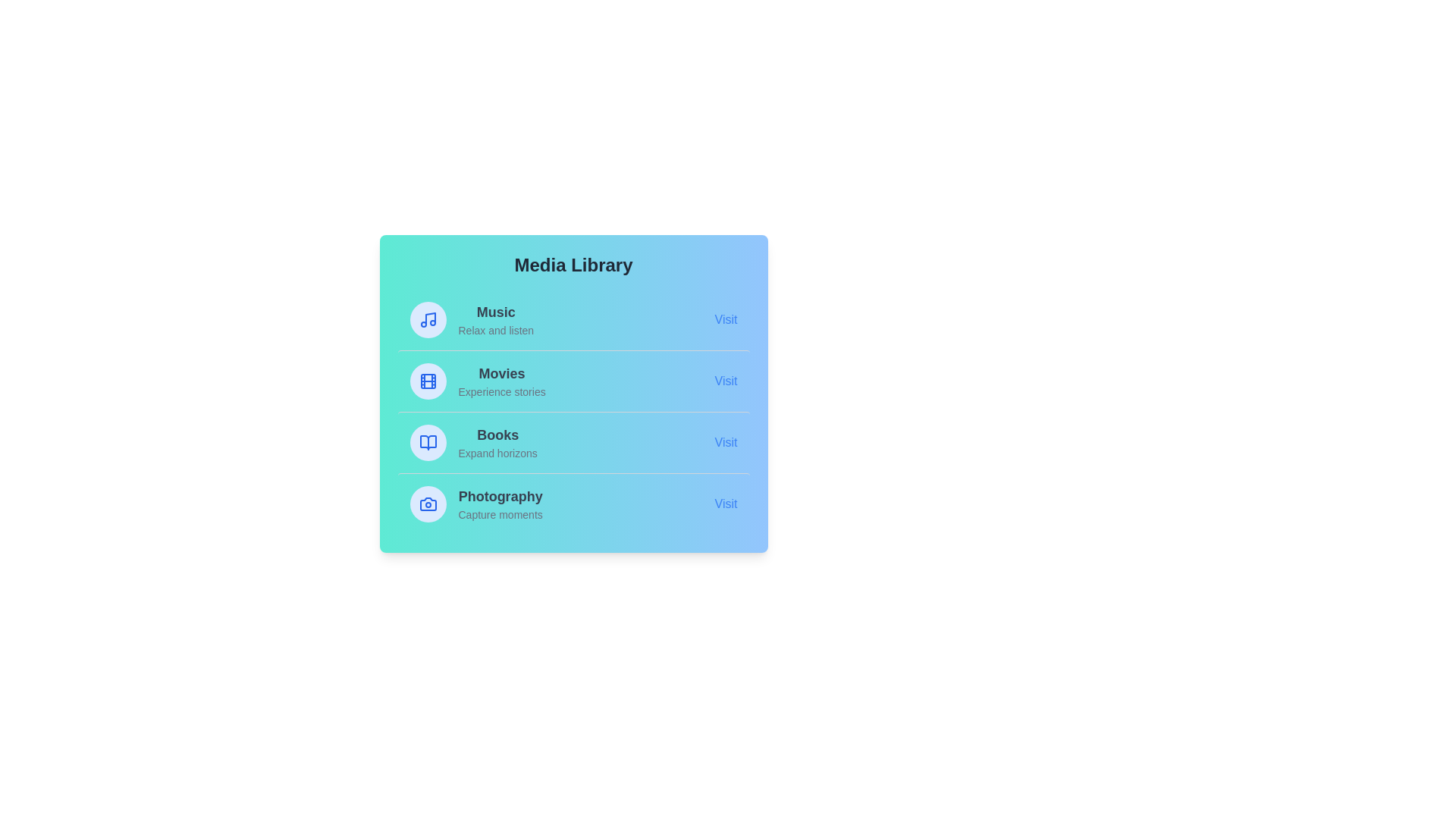 Image resolution: width=1456 pixels, height=819 pixels. Describe the element at coordinates (725, 380) in the screenshot. I see `the 'Visit' link for Movies` at that location.